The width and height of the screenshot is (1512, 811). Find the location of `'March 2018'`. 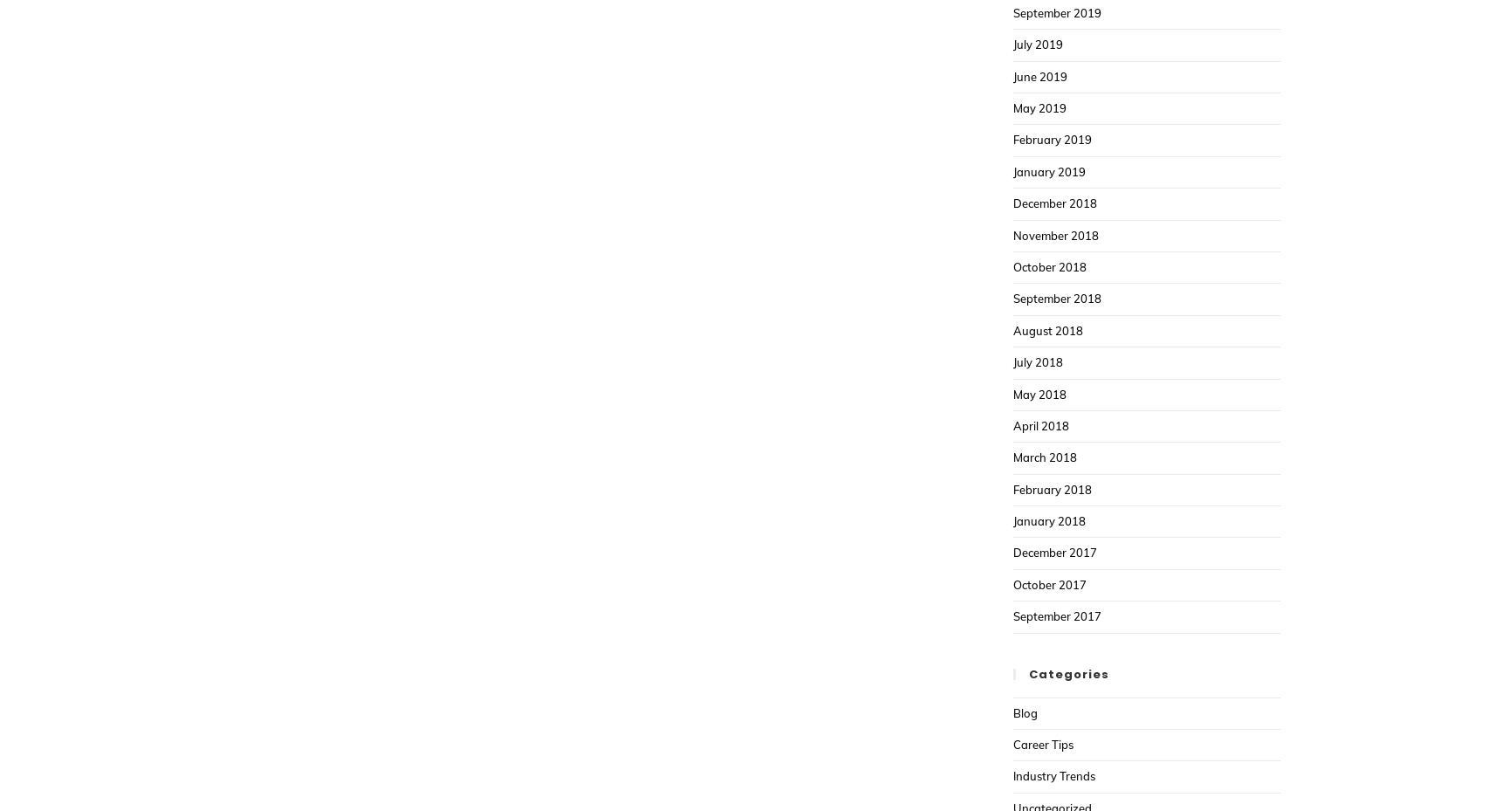

'March 2018' is located at coordinates (1044, 457).